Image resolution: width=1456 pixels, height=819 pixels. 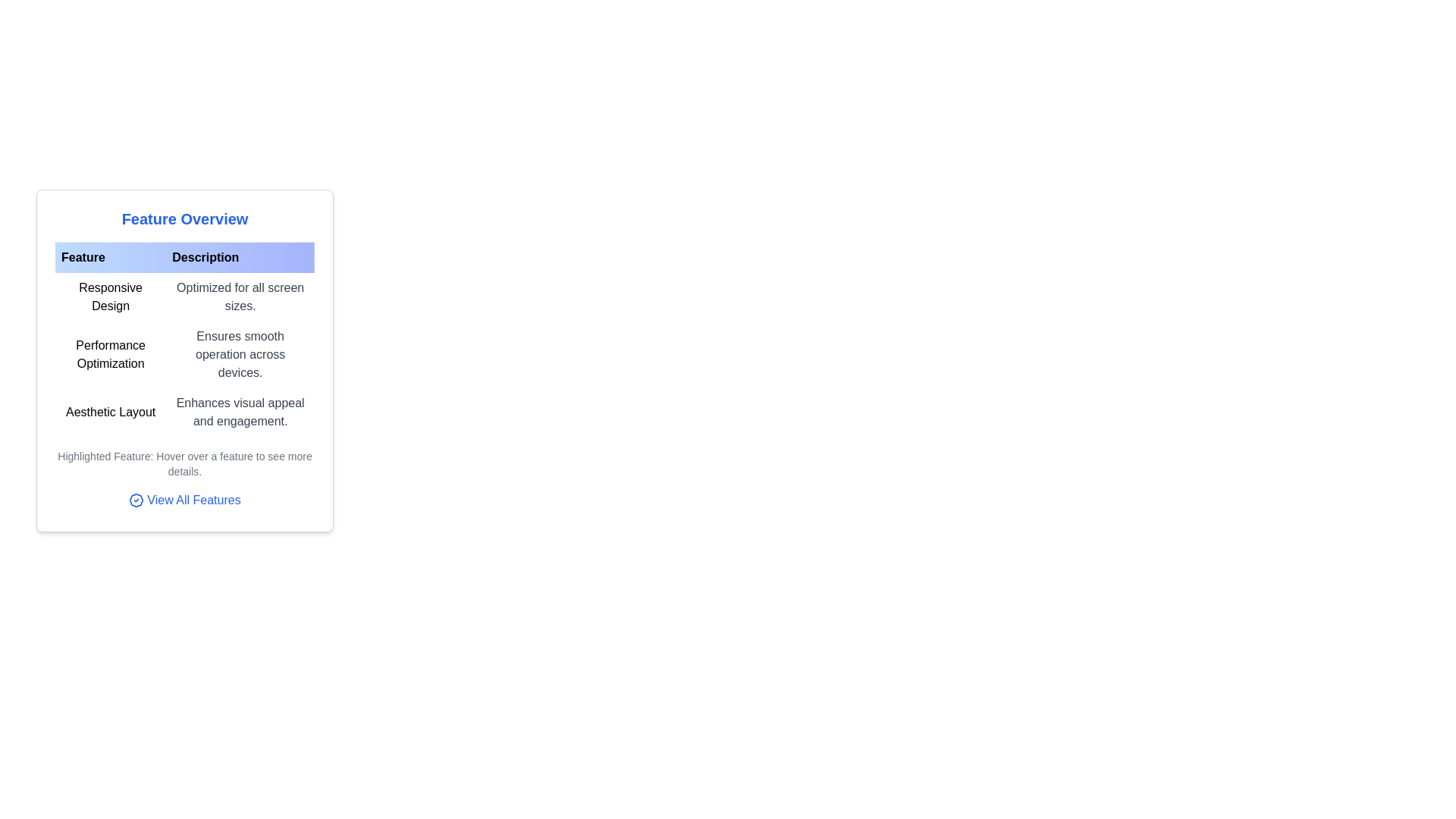 I want to click on the static text element that provides supplementary information about the 'Responsive Design' feature, located in the 'Description' column of the table under the 'Responsive Design' row, so click(x=240, y=297).